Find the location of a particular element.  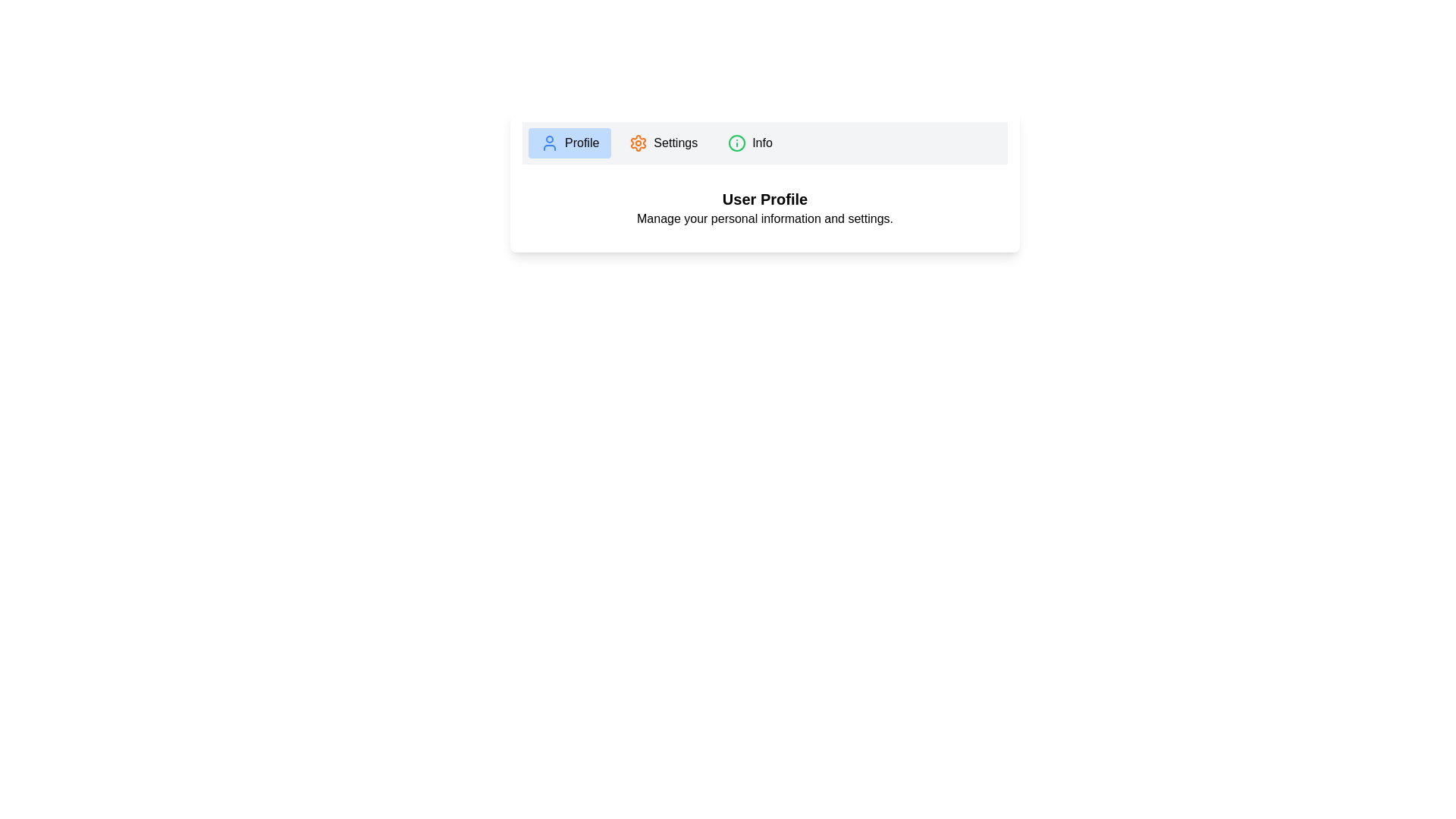

the tab 'Profile' to view its content is located at coordinates (568, 143).